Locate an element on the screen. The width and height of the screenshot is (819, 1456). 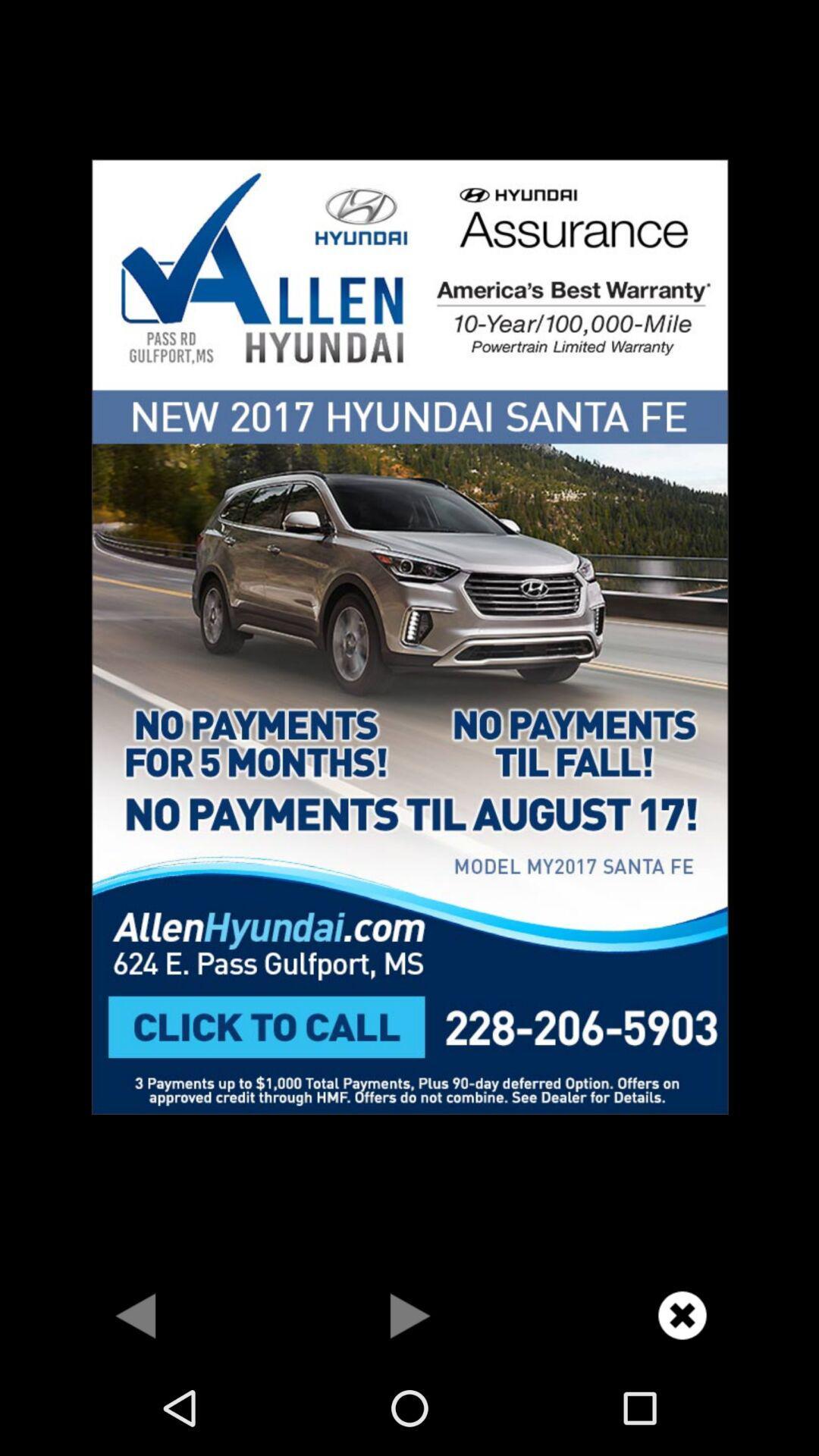
copy text is located at coordinates (409, 635).